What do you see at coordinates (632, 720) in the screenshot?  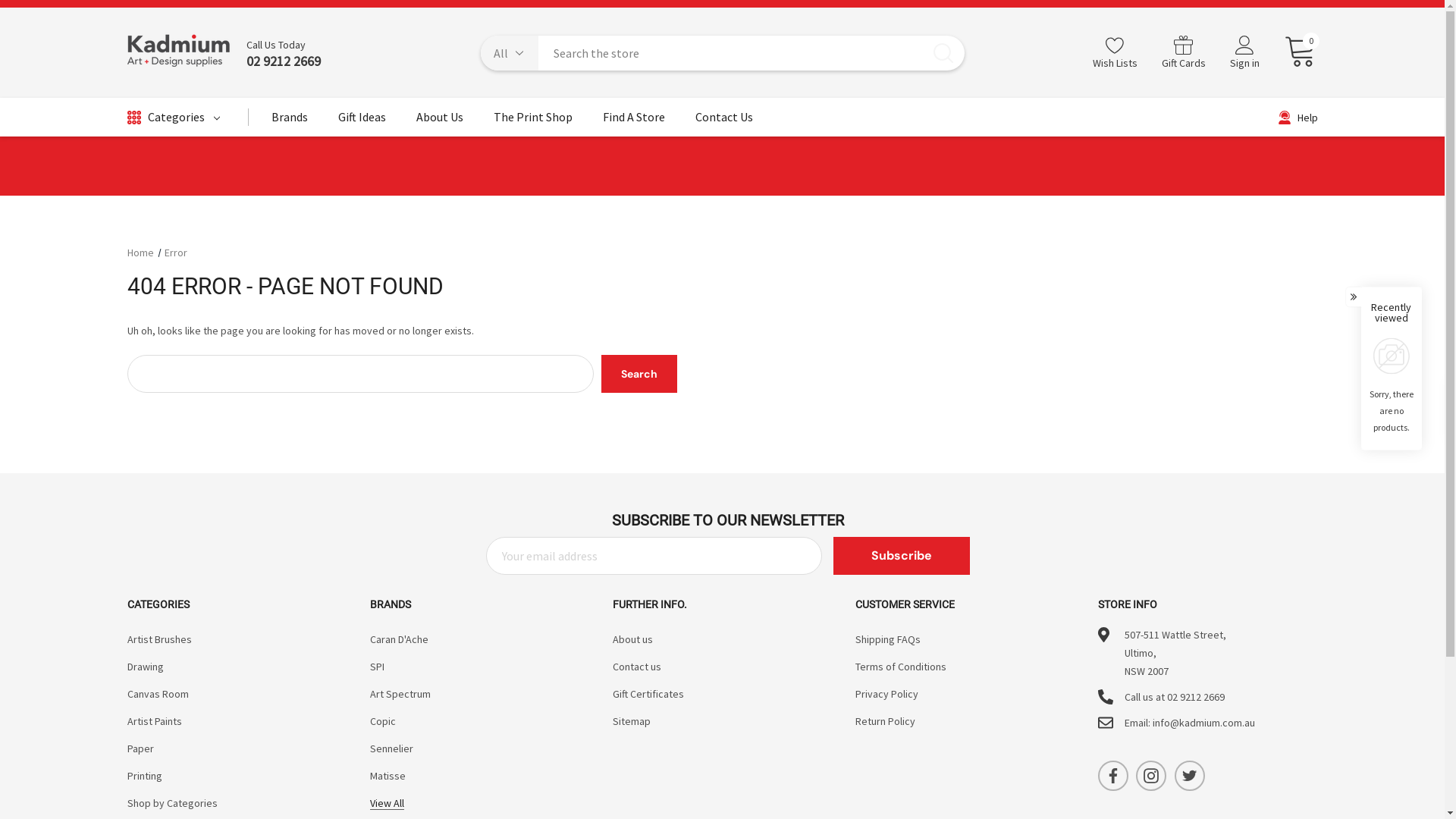 I see `'Sitemap'` at bounding box center [632, 720].